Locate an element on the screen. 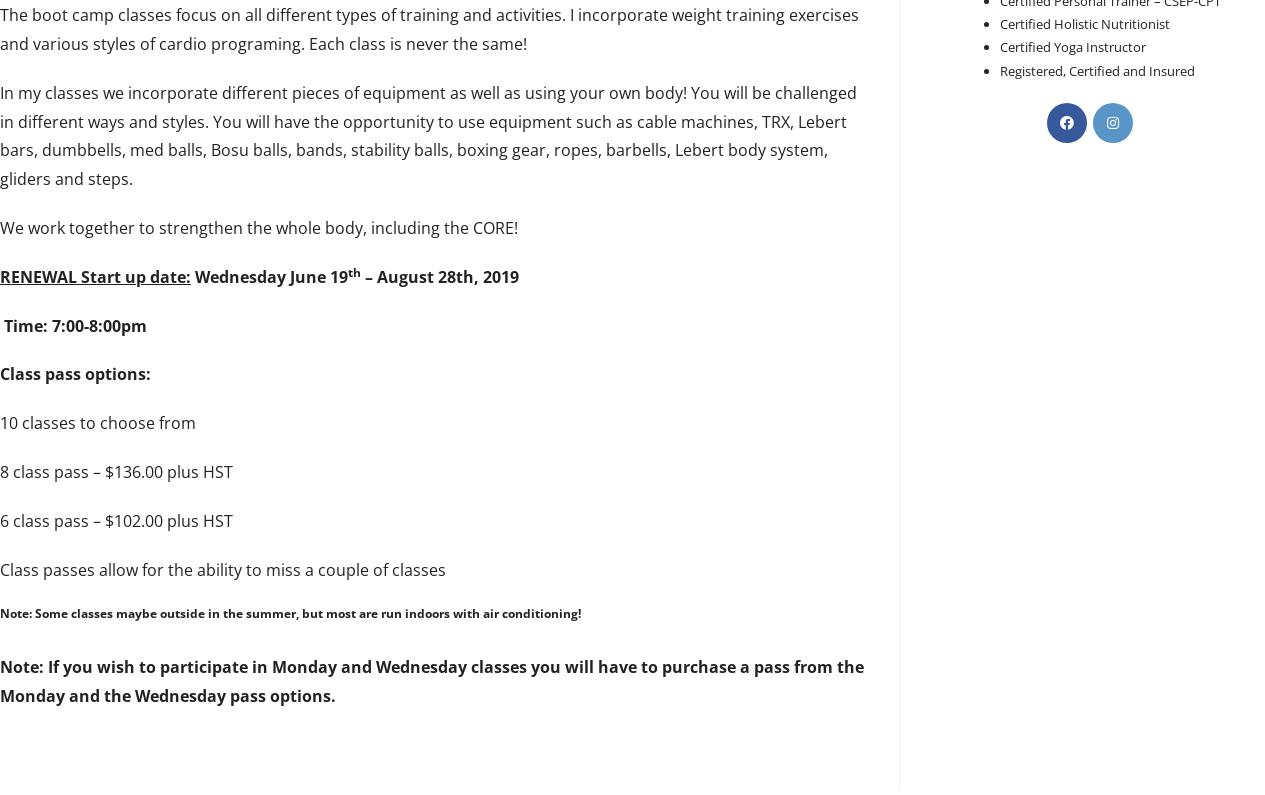 The width and height of the screenshot is (1265, 795). '6 class pass – $102.00 plus HST' is located at coordinates (115, 519).